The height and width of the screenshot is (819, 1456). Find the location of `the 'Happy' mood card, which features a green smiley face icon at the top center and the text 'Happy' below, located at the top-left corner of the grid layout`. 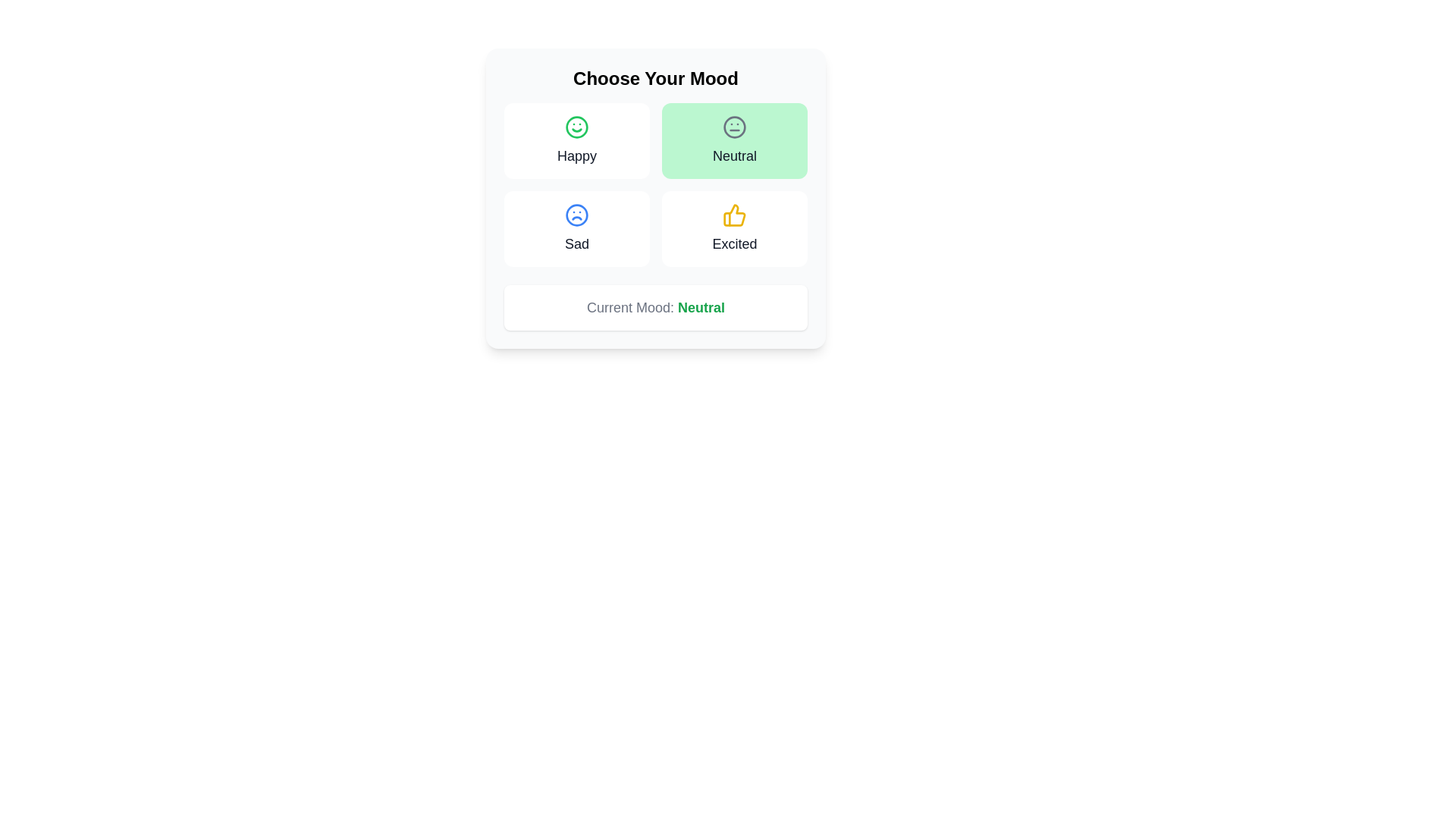

the 'Happy' mood card, which features a green smiley face icon at the top center and the text 'Happy' below, located at the top-left corner of the grid layout is located at coordinates (576, 140).